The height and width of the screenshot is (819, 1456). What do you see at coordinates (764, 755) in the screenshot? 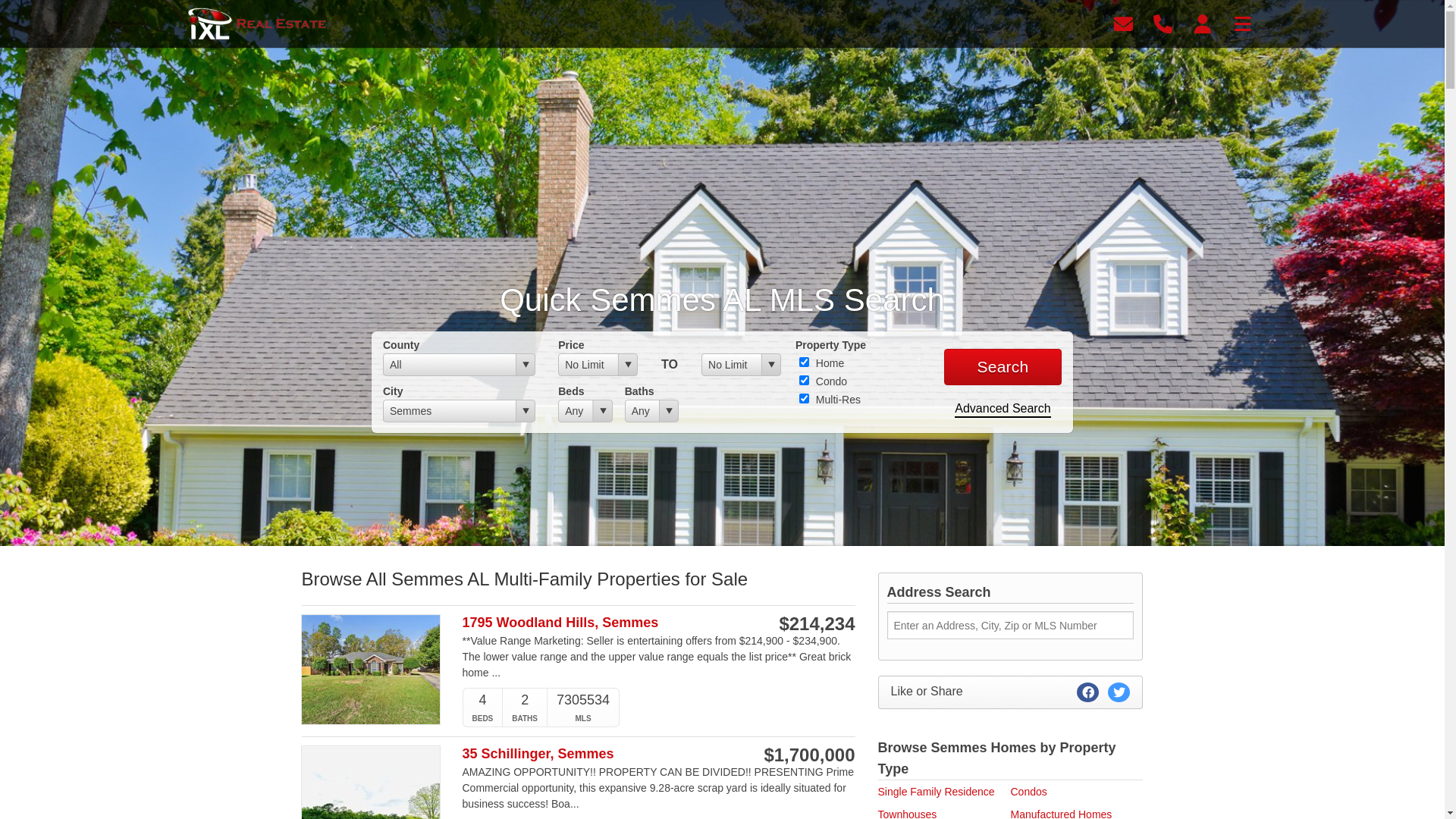
I see `'$1,700,000'` at bounding box center [764, 755].